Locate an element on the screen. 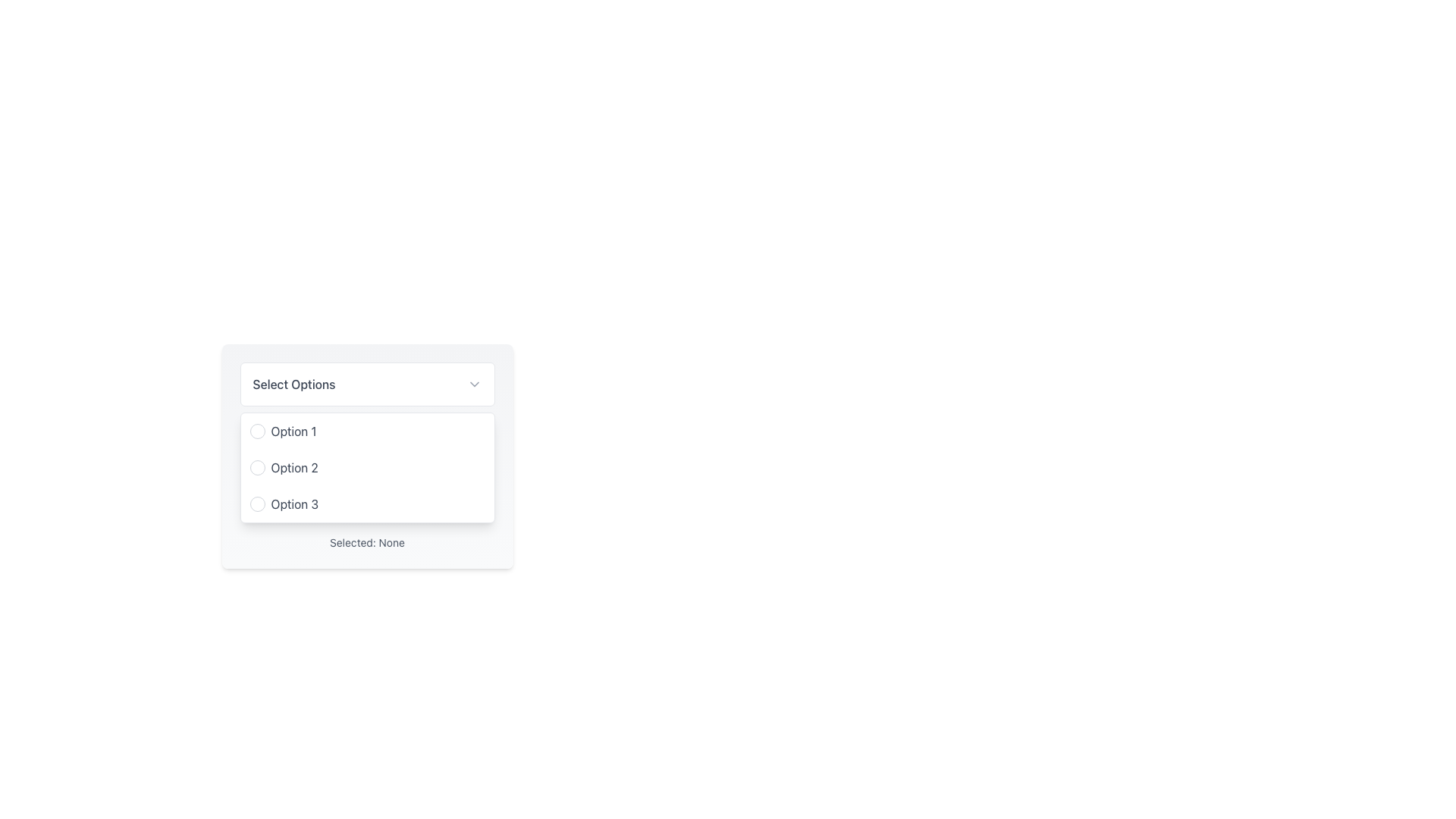 Image resolution: width=1456 pixels, height=819 pixels. the first radio button option within the dropdown menu is located at coordinates (367, 431).